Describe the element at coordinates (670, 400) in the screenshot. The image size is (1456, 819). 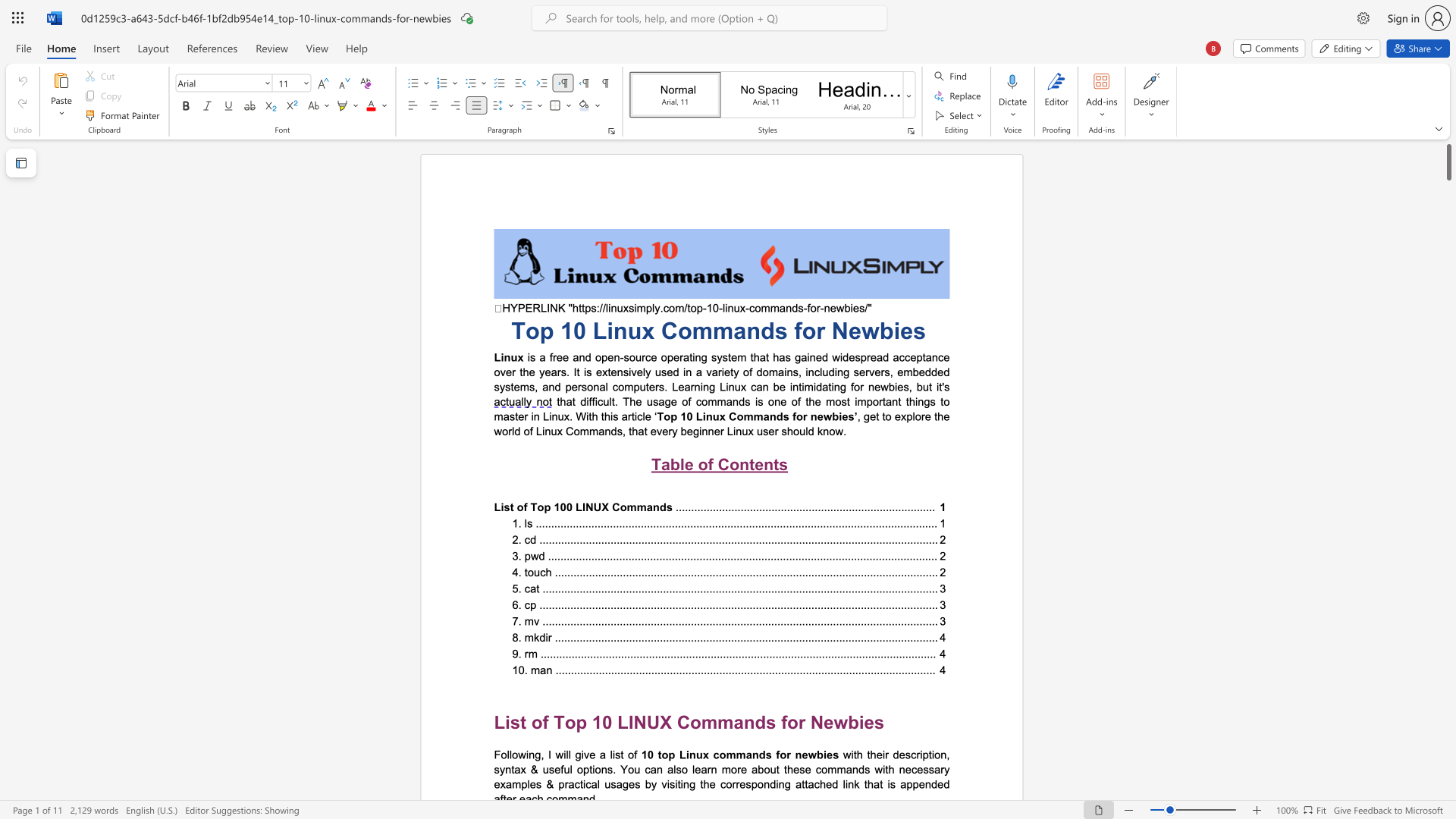
I see `the subset text "e o" within the text "that difficult. The usage of commands"` at that location.